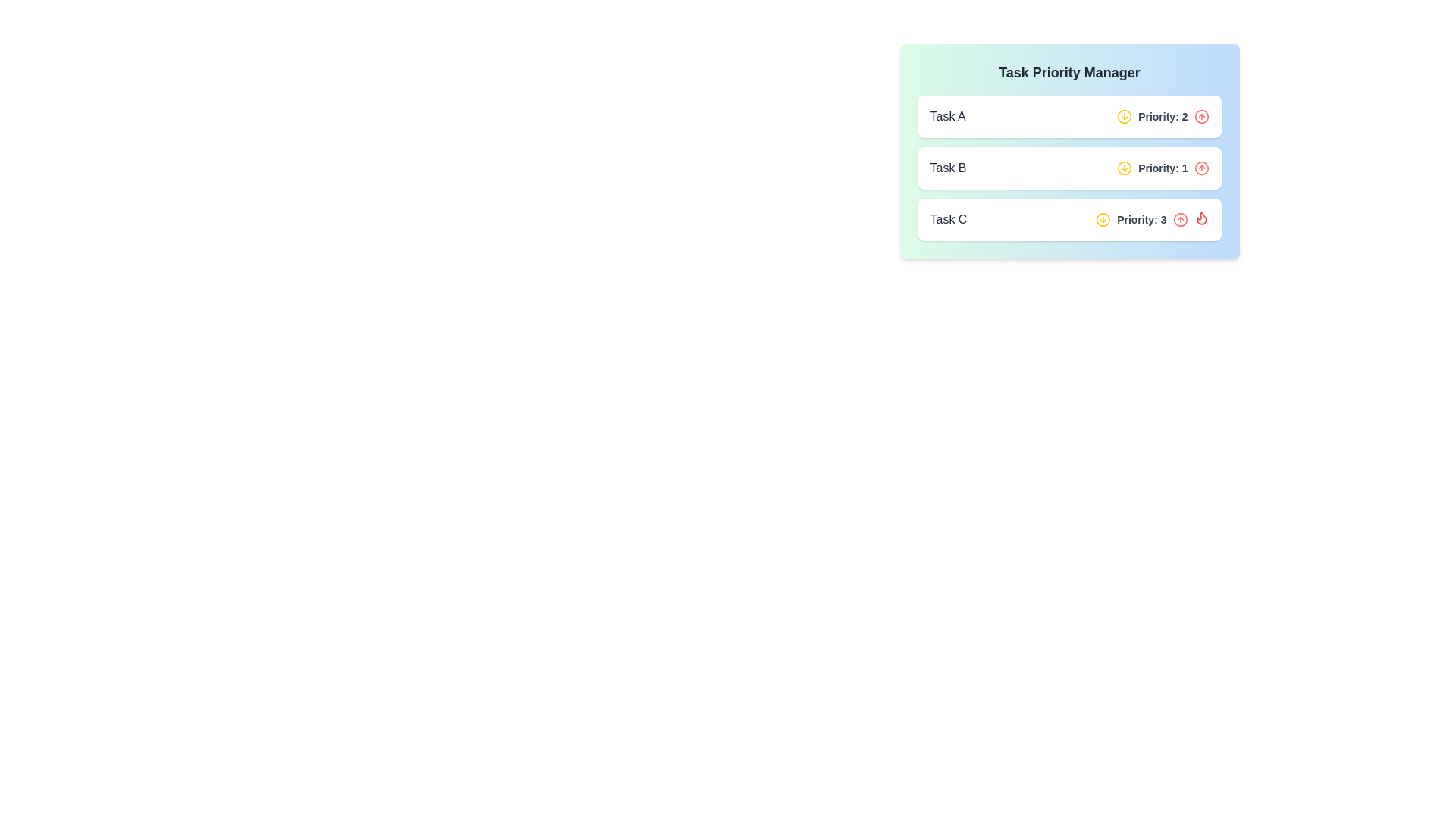  What do you see at coordinates (1152, 219) in the screenshot?
I see `priority value from the Text label located to the right of the task name in the 'Task C' panel` at bounding box center [1152, 219].